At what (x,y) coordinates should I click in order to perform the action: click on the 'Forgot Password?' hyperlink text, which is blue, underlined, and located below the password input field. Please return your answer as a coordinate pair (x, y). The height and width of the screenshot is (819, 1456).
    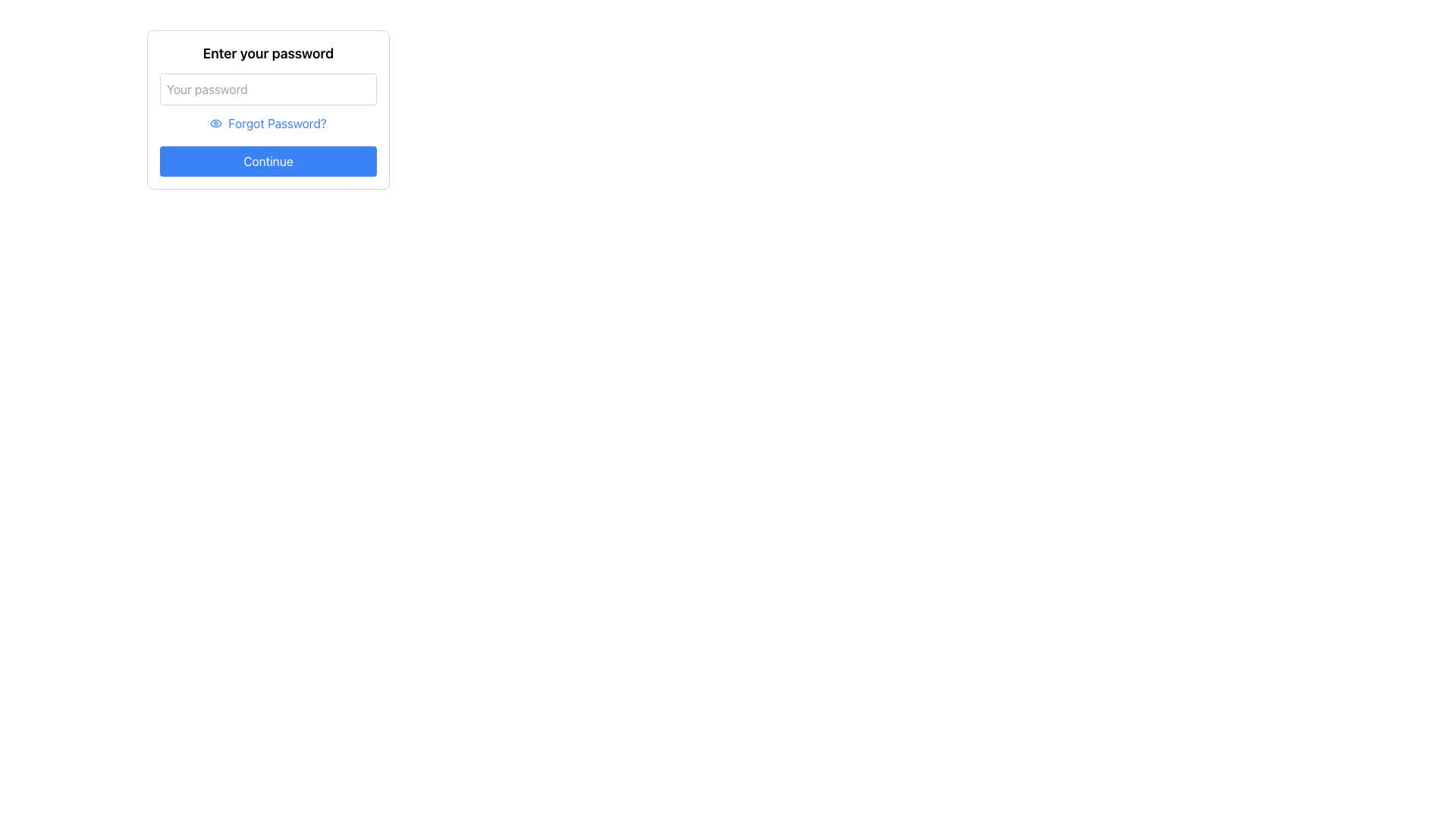
    Looking at the image, I should click on (268, 122).